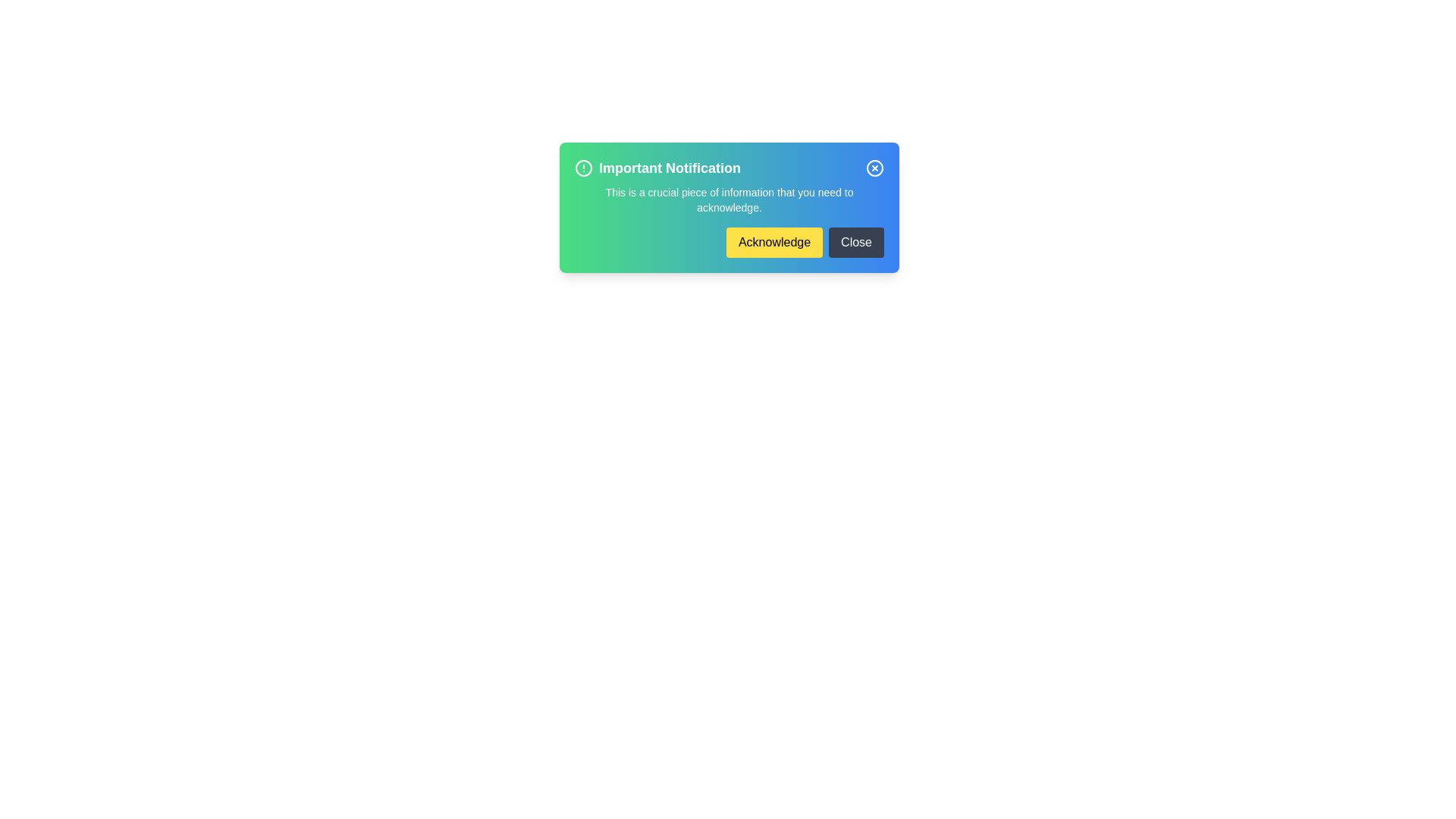  What do you see at coordinates (874, 168) in the screenshot?
I see `the central circle of the close button located at the top-right corner of the notification banner` at bounding box center [874, 168].